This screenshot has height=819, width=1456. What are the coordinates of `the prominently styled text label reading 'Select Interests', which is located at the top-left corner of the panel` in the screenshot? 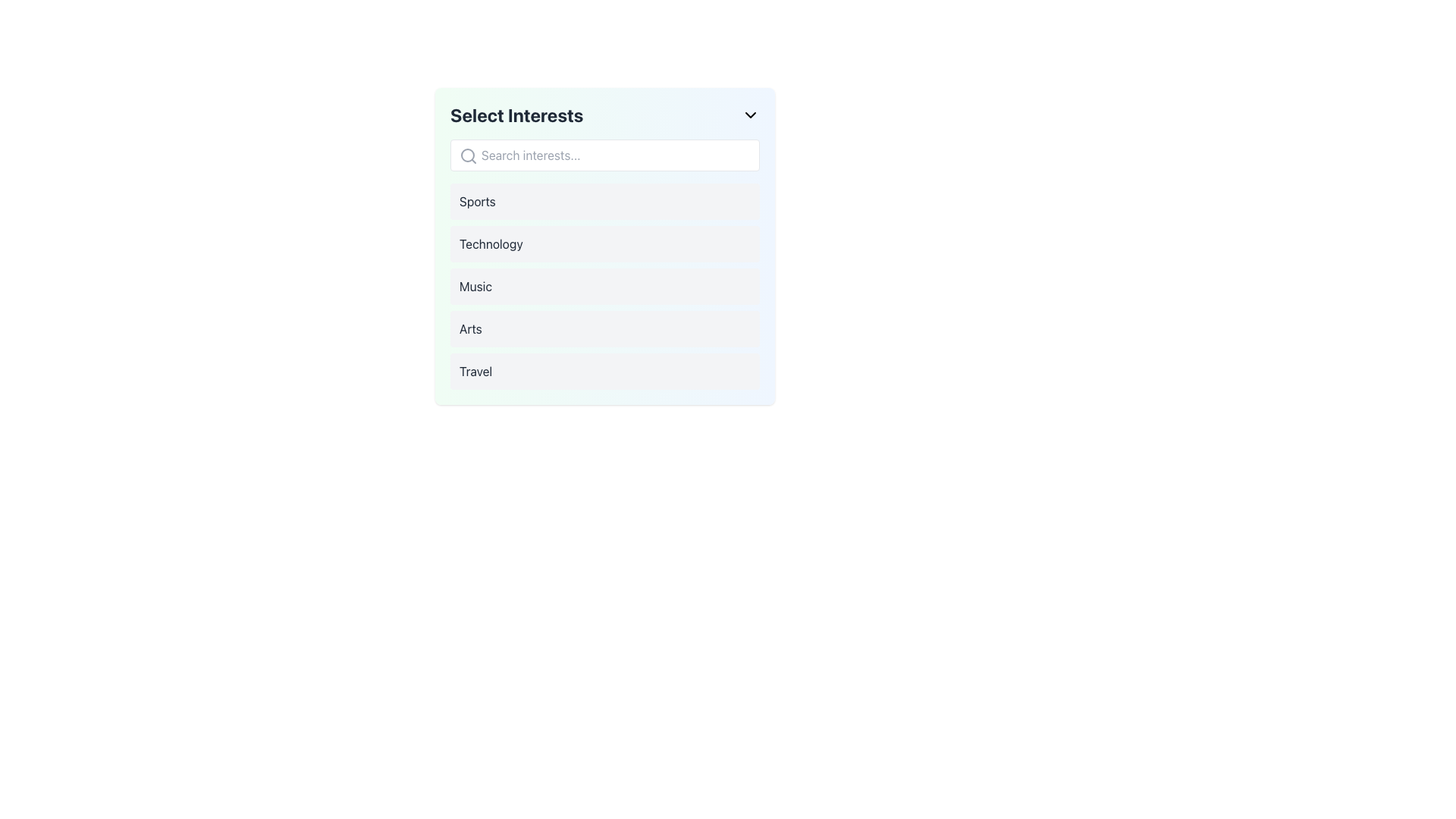 It's located at (516, 114).